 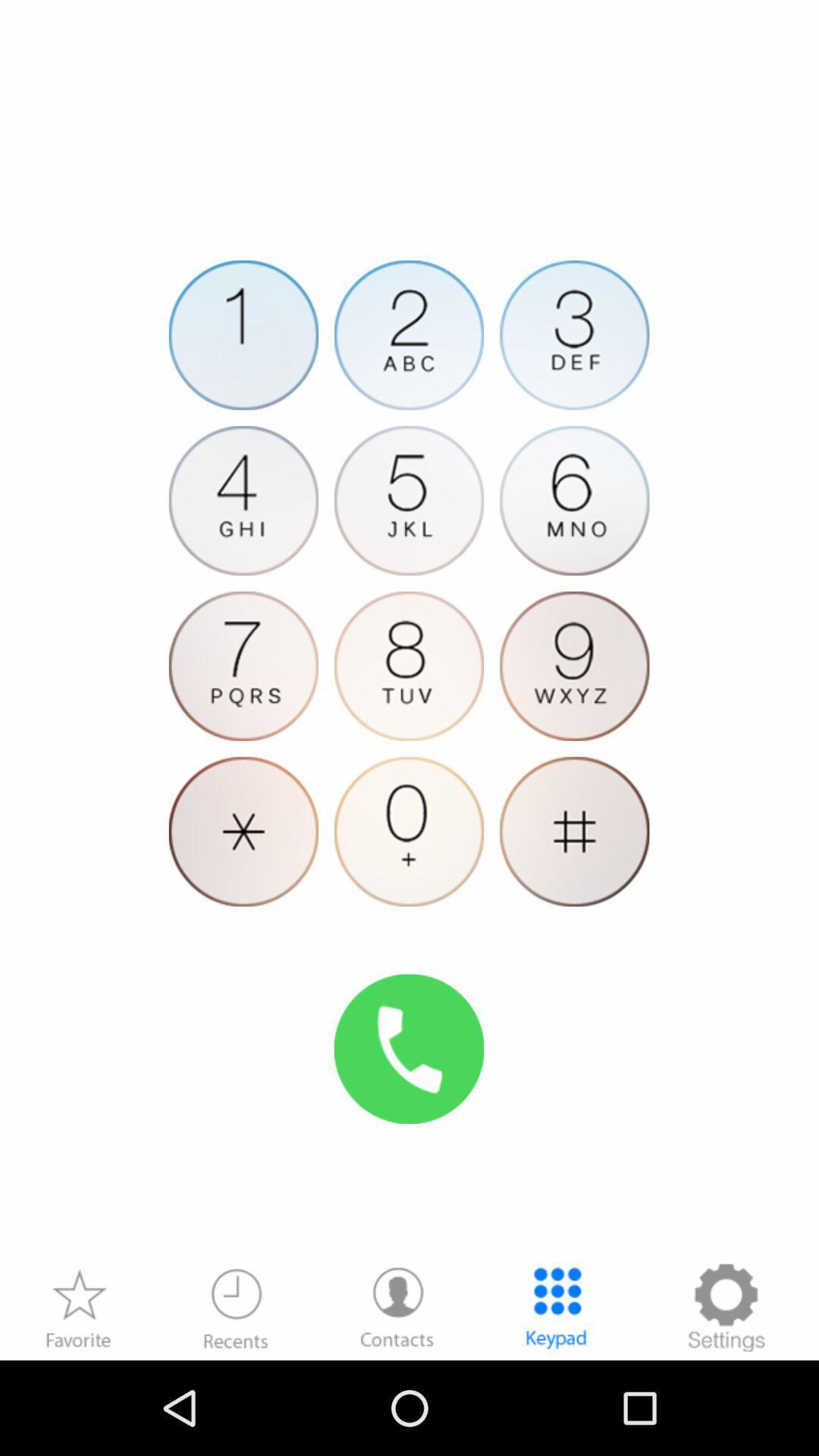 I want to click on the star icon, so click(x=78, y=1398).